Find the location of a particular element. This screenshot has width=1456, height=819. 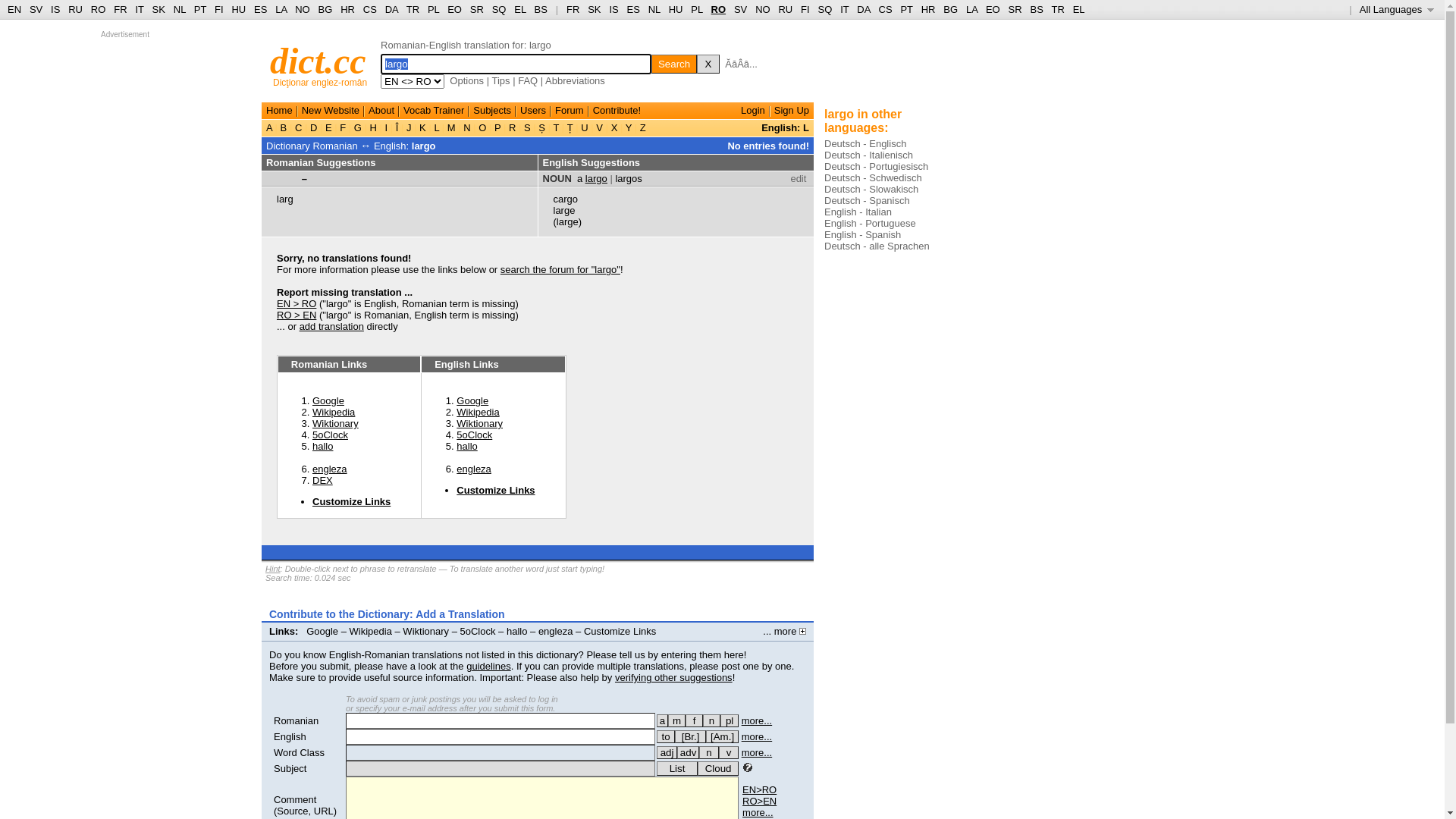

'dict.cc' is located at coordinates (269, 60).